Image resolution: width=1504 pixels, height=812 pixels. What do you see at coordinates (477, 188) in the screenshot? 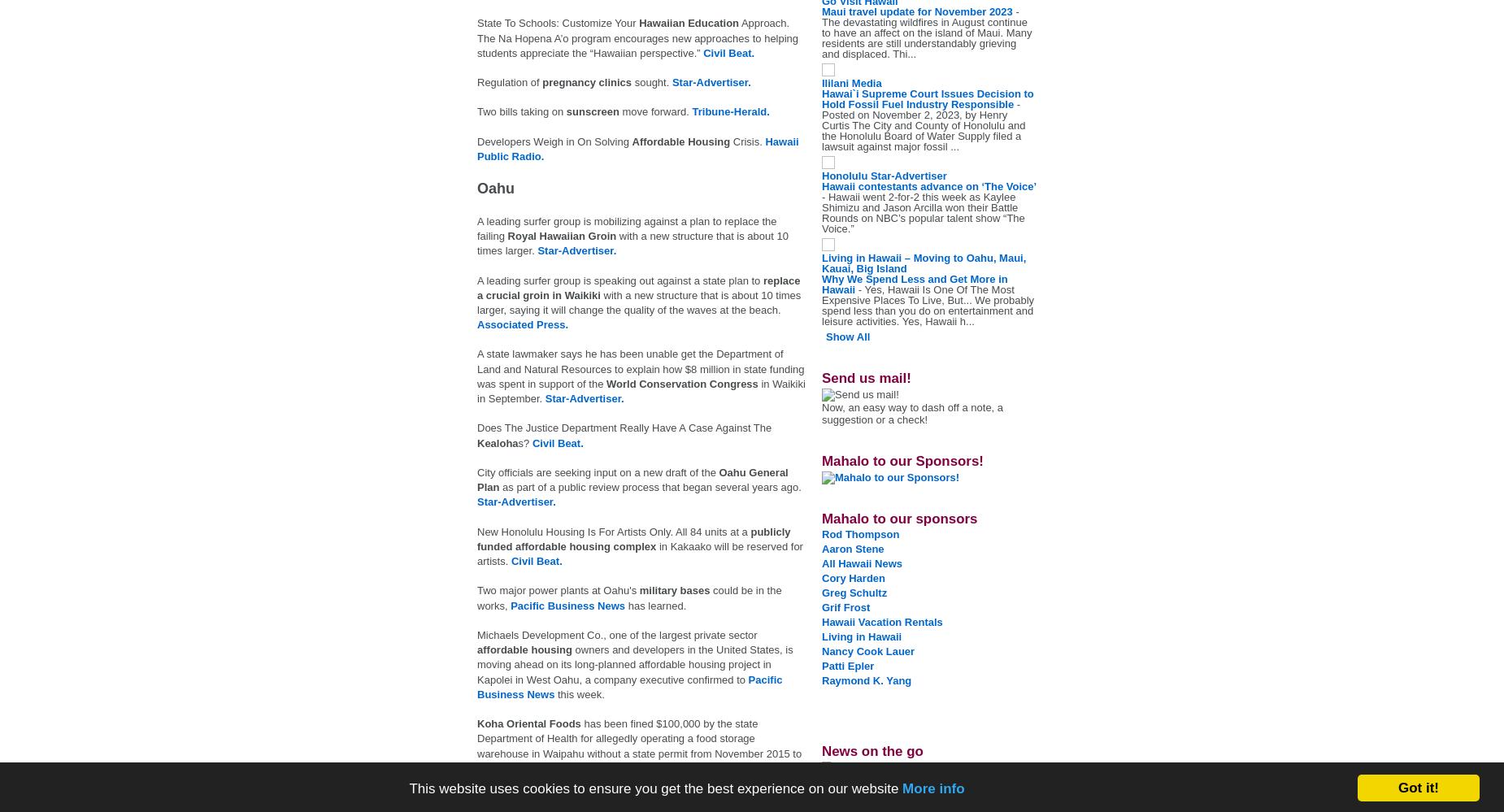
I see `'Oahu'` at bounding box center [477, 188].